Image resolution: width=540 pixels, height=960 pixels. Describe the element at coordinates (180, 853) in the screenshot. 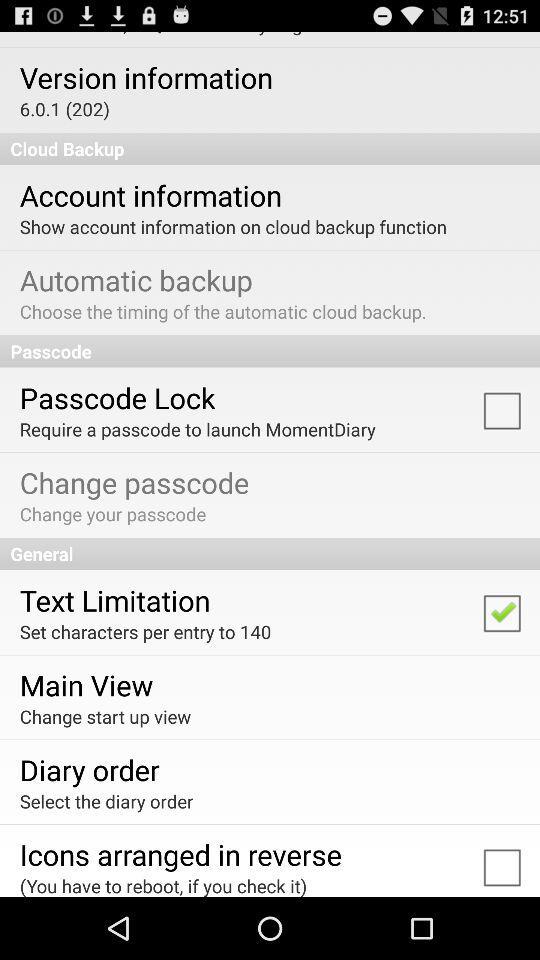

I see `the app above you have to item` at that location.